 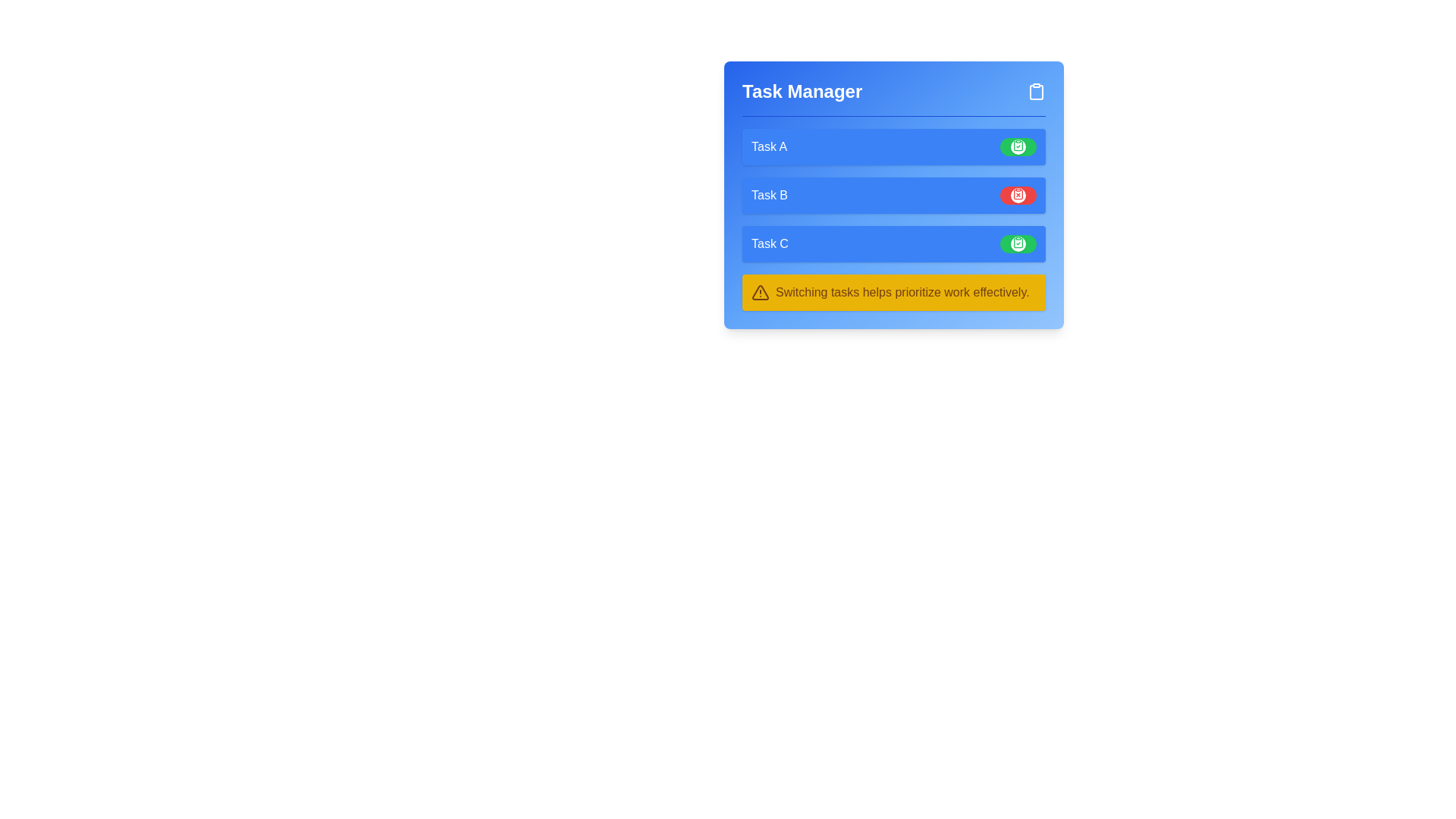 What do you see at coordinates (761, 292) in the screenshot?
I see `the triangular alert icon, which is styled with a yellow base color and a bold black border, located to the left of the message 'Switching tasks helps prioritize work effectively.'` at bounding box center [761, 292].